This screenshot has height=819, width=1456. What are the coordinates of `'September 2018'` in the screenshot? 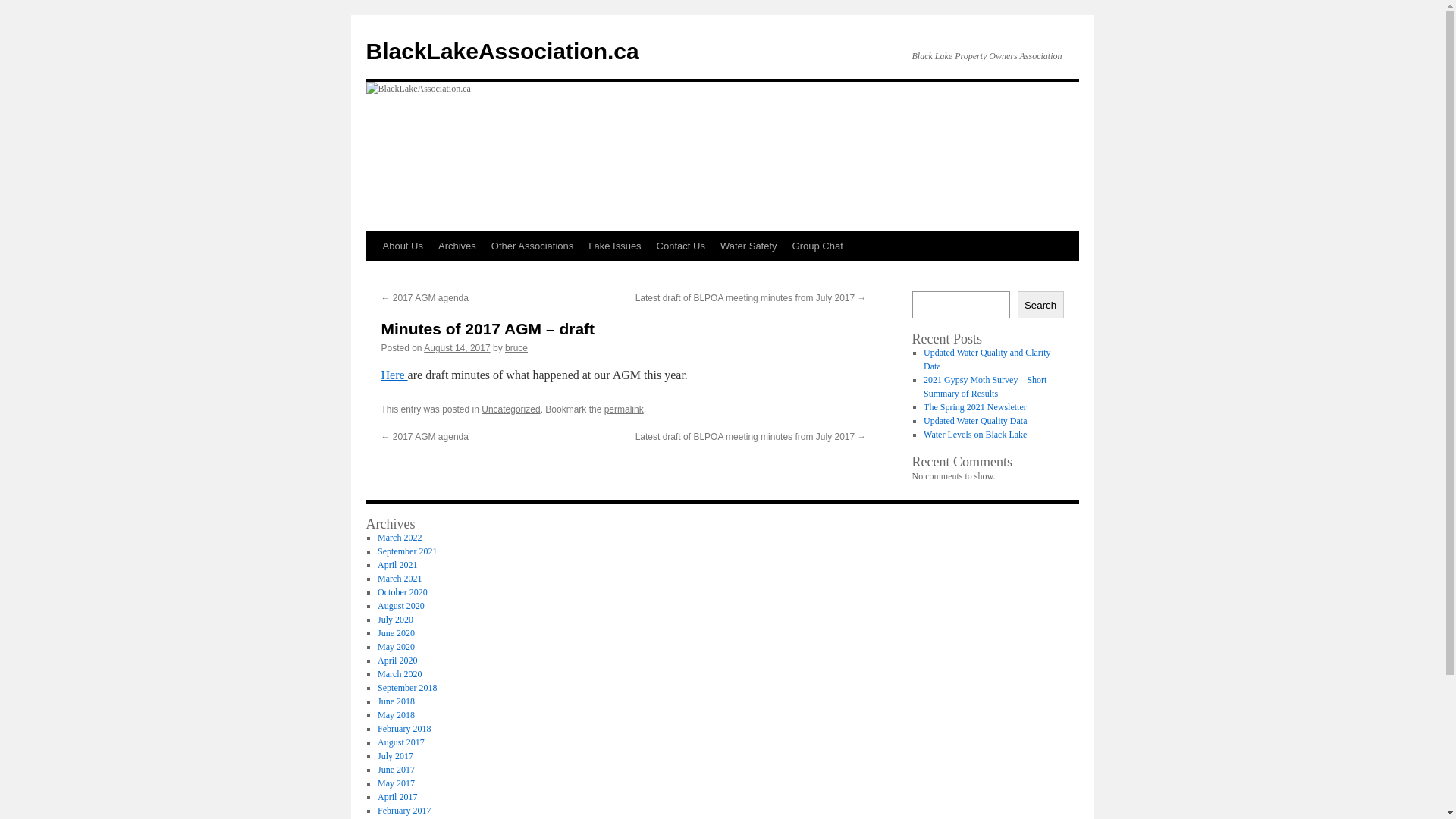 It's located at (407, 687).